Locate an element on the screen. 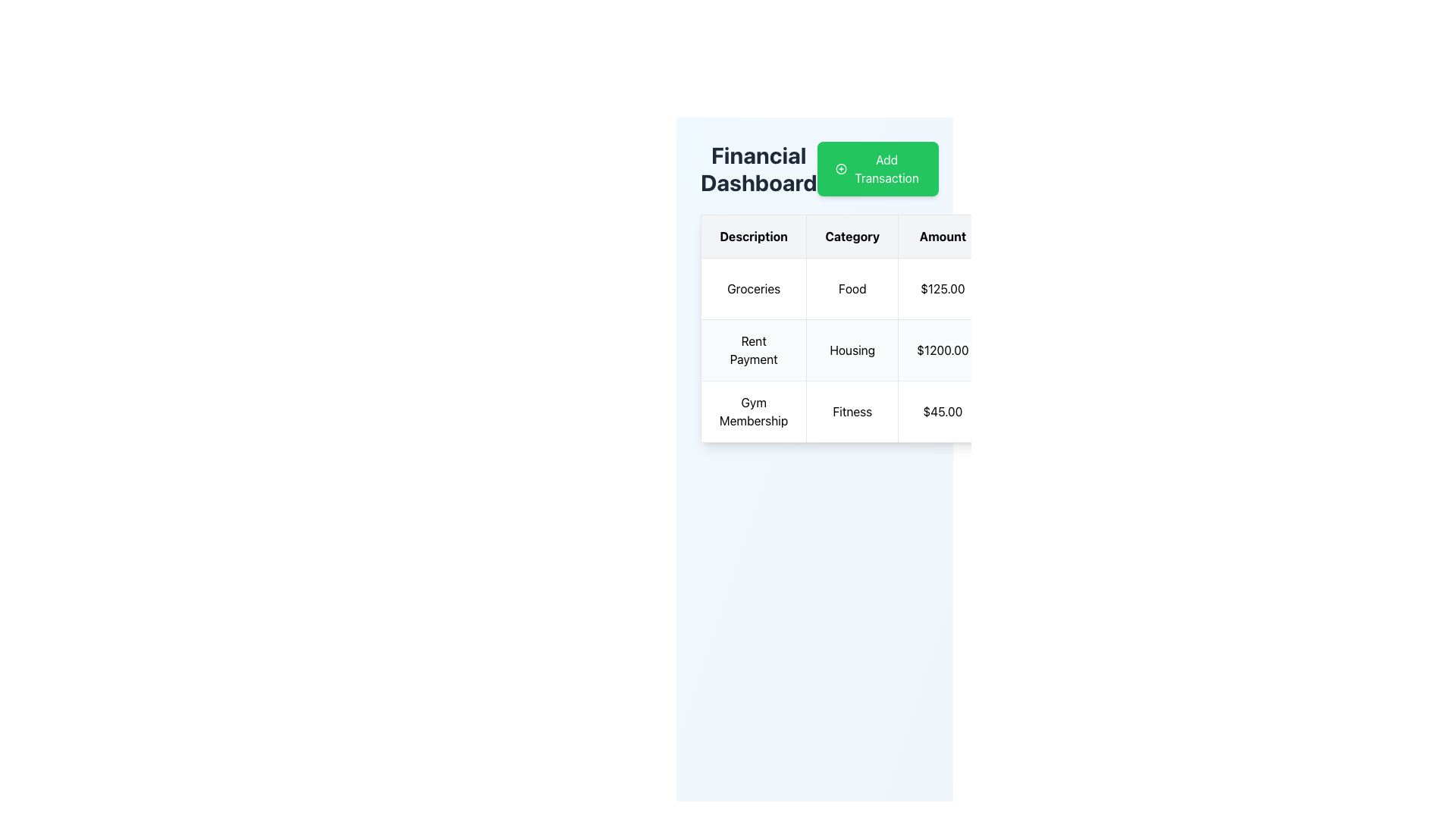 Image resolution: width=1456 pixels, height=819 pixels. the 'Amount' text label in the header row of the table, which is styled with padding and centered alignment, displaying a bold, black font is located at coordinates (942, 237).